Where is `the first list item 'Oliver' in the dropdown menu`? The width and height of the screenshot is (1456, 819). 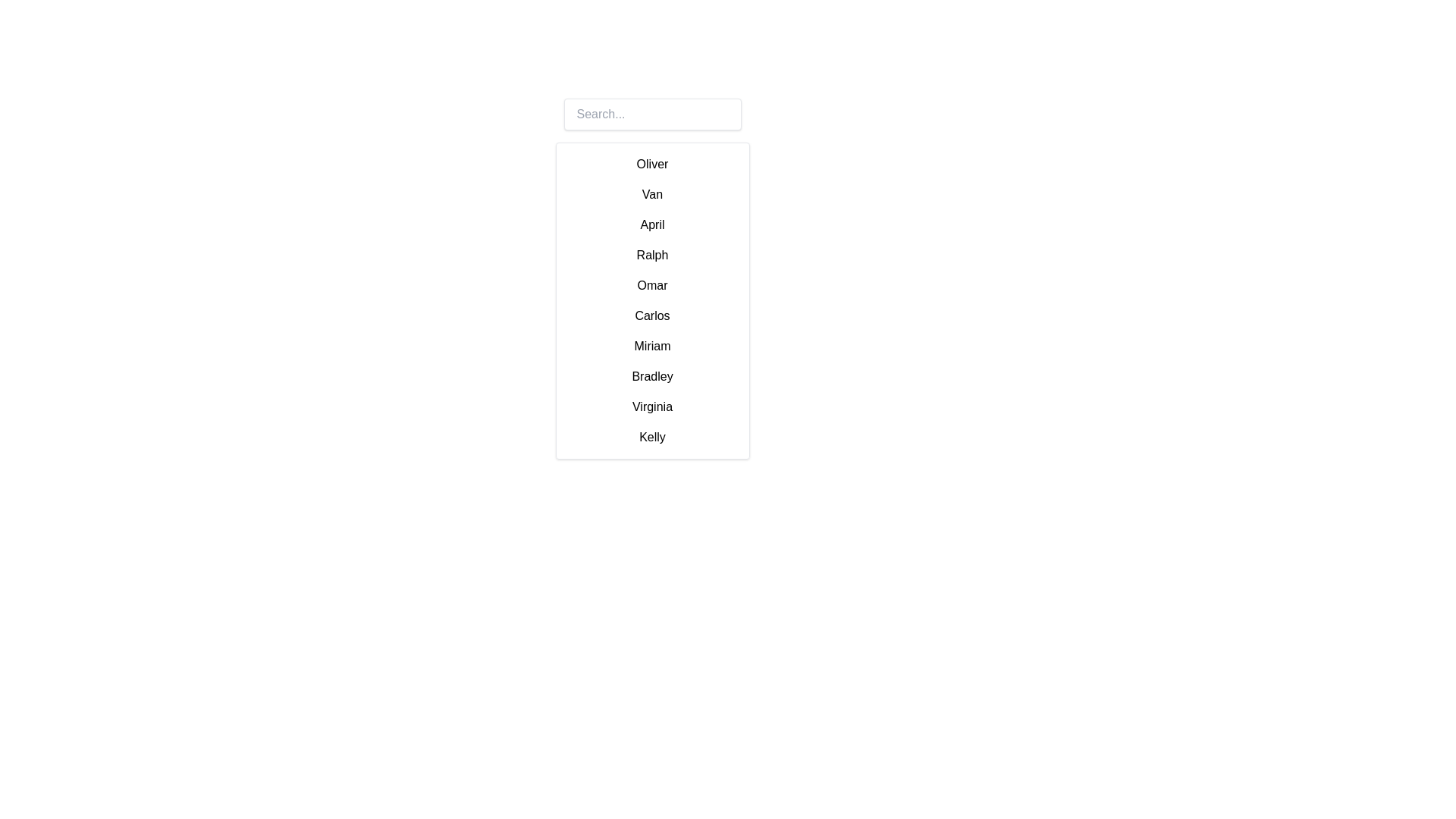 the first list item 'Oliver' in the dropdown menu is located at coordinates (652, 164).